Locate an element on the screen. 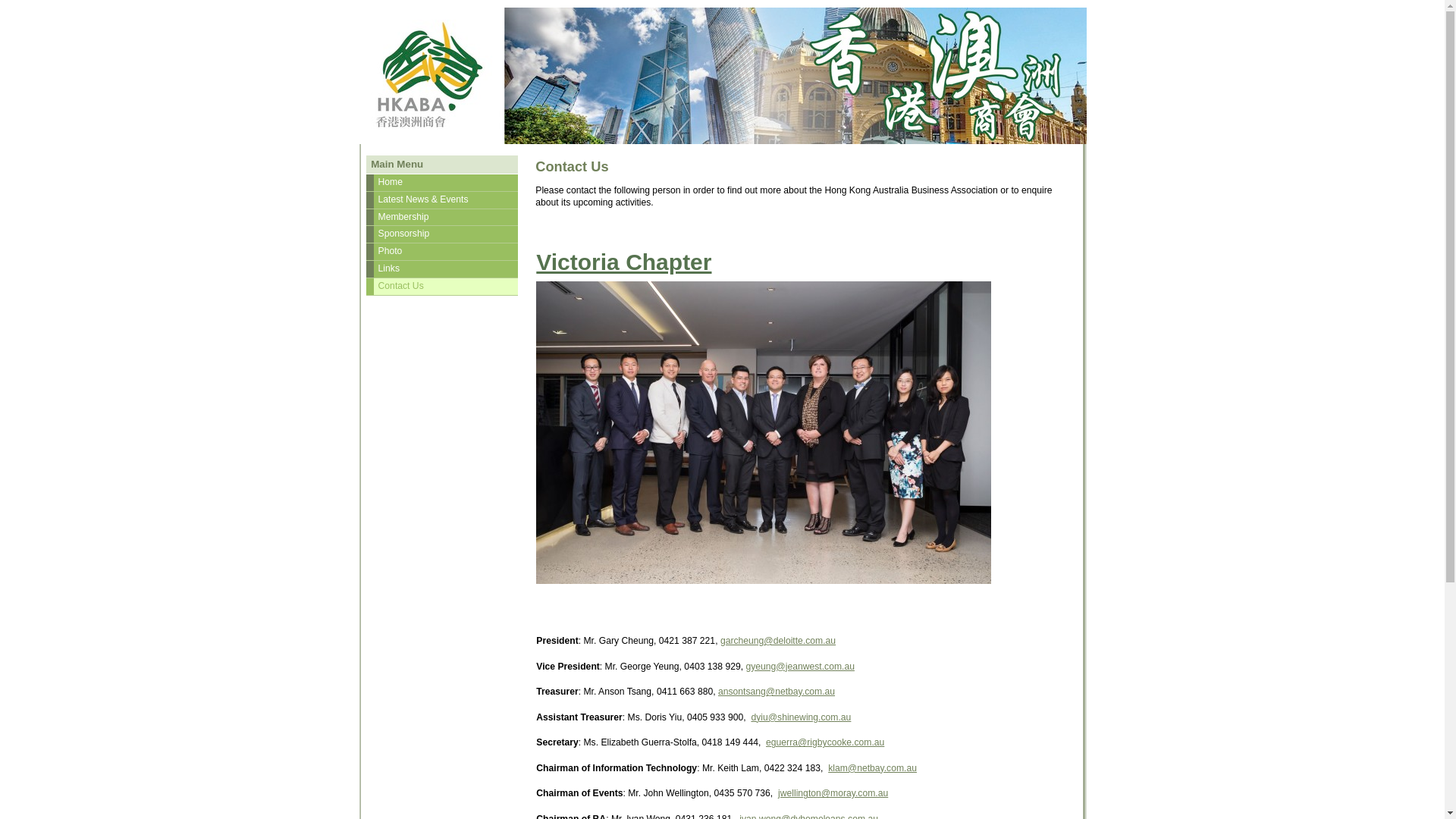 This screenshot has width=1456, height=819. 'garcheung@deloitte.com.au' is located at coordinates (778, 640).